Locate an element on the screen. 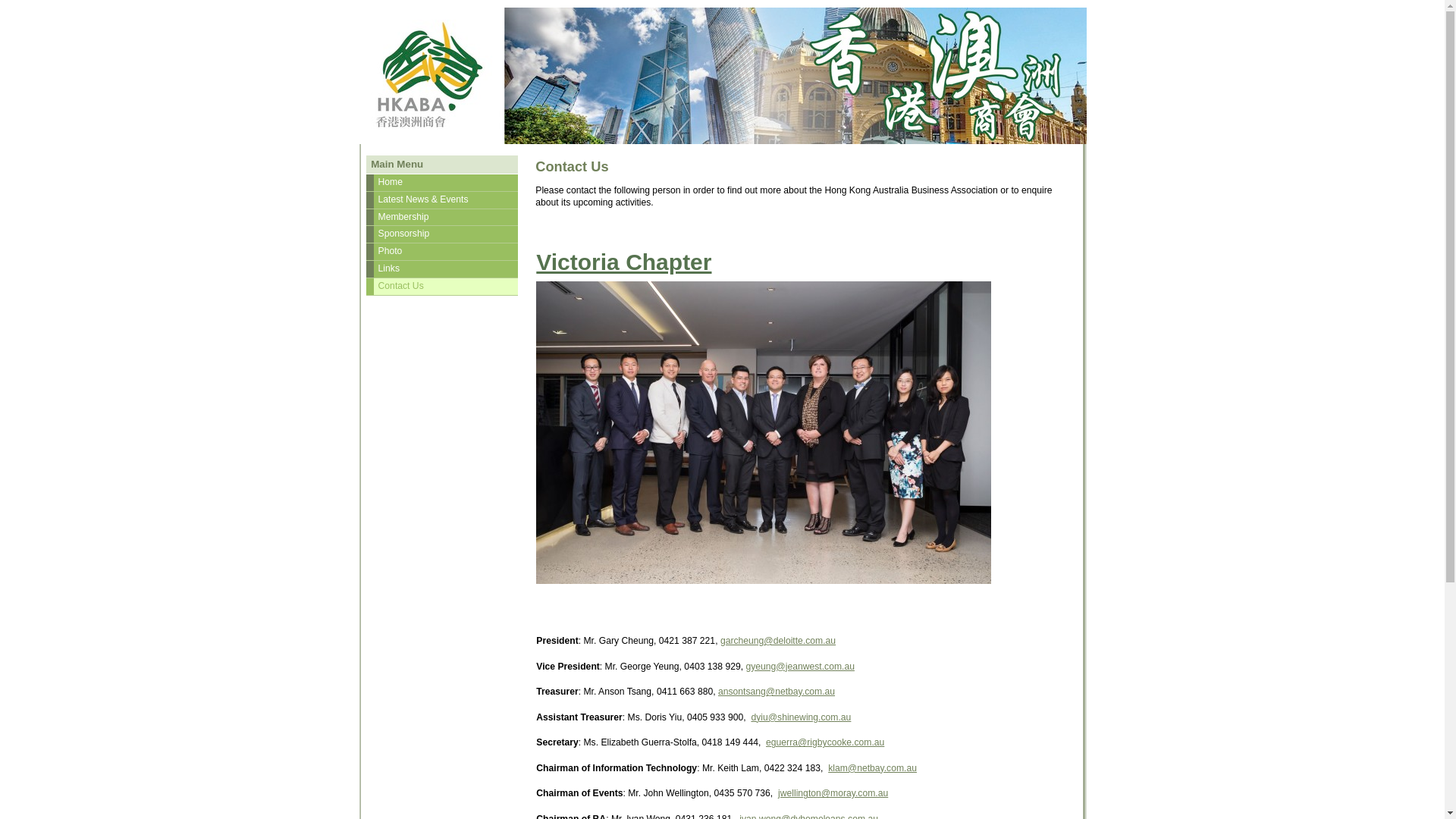 This screenshot has width=1456, height=819. 'garcheung@deloitte.com.au' is located at coordinates (778, 640).